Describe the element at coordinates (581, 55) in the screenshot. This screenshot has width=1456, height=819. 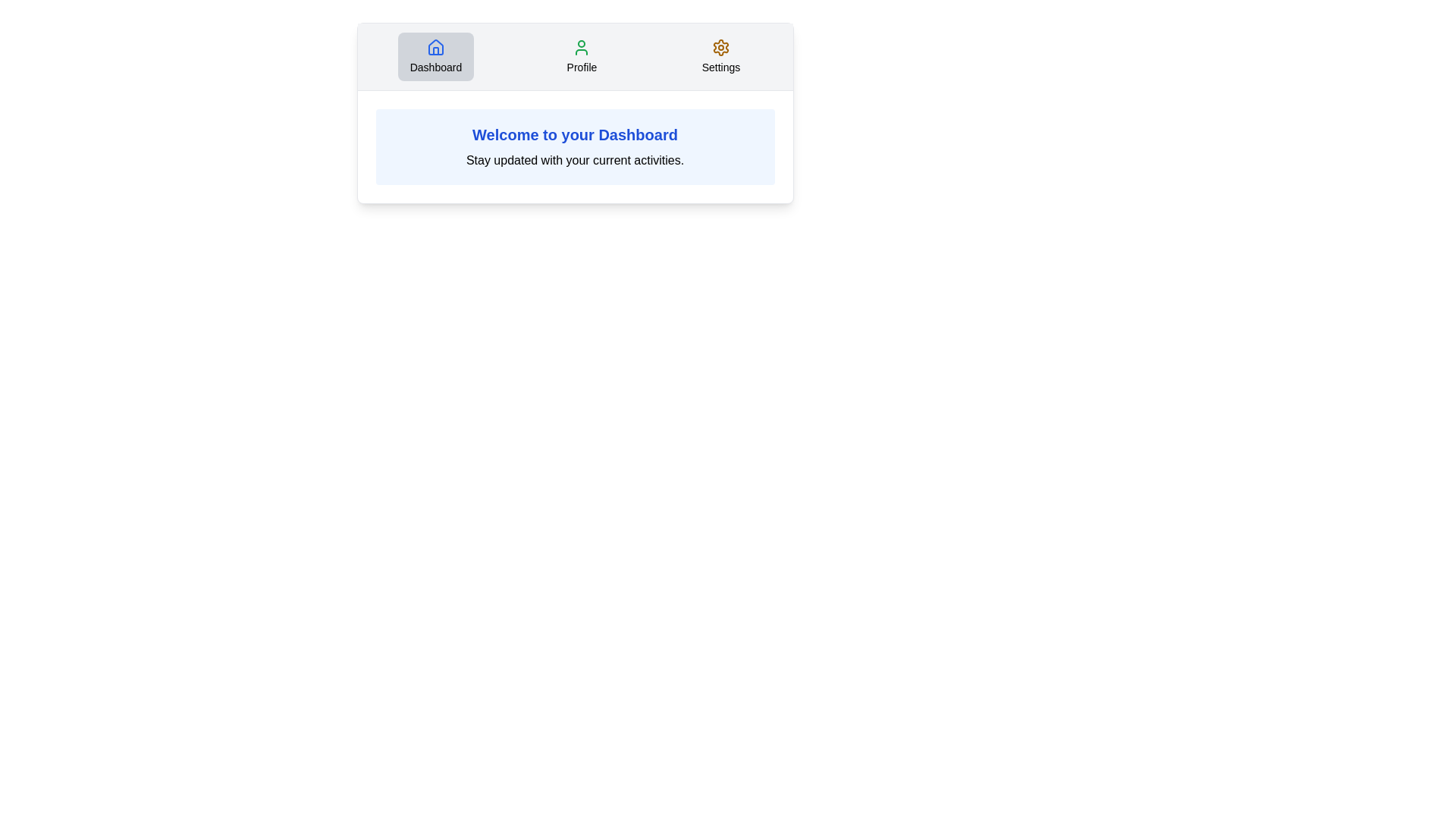
I see `the tab labeled Profile` at that location.